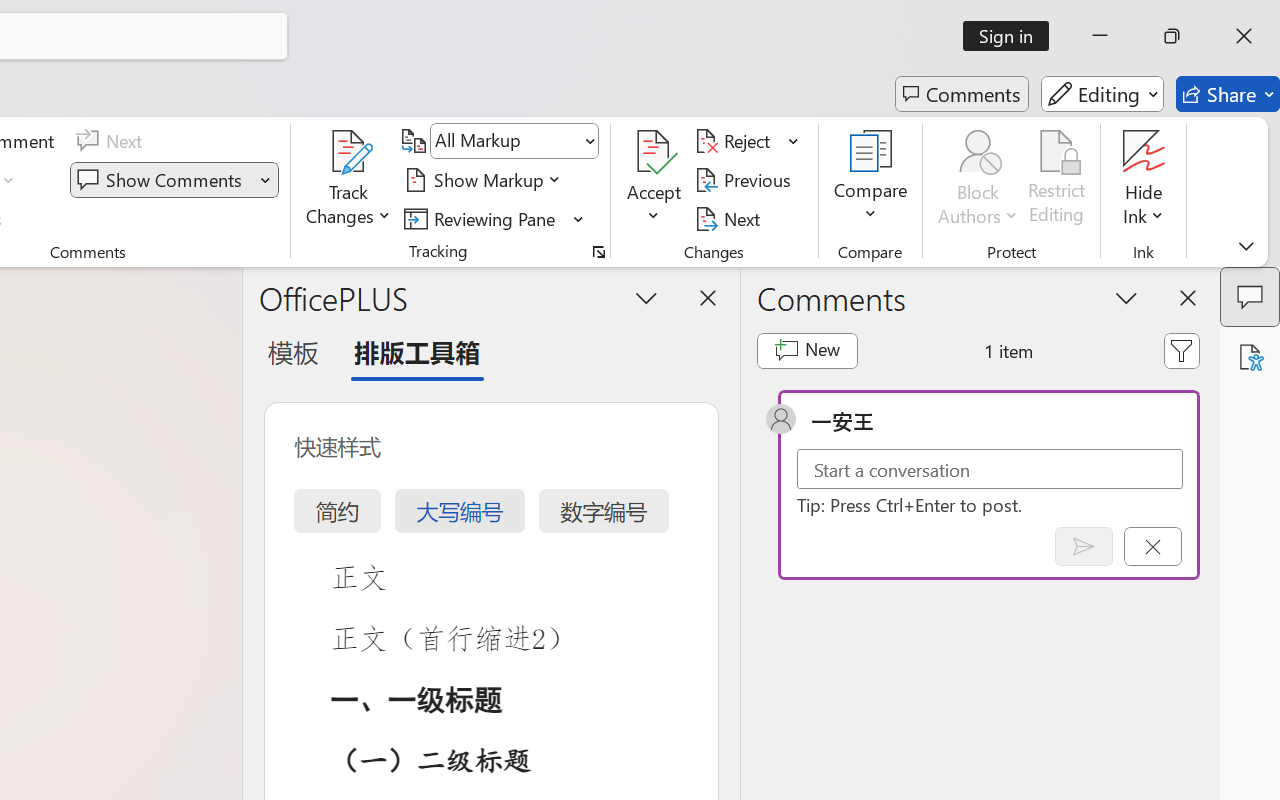  I want to click on 'Restrict Editing', so click(1056, 179).